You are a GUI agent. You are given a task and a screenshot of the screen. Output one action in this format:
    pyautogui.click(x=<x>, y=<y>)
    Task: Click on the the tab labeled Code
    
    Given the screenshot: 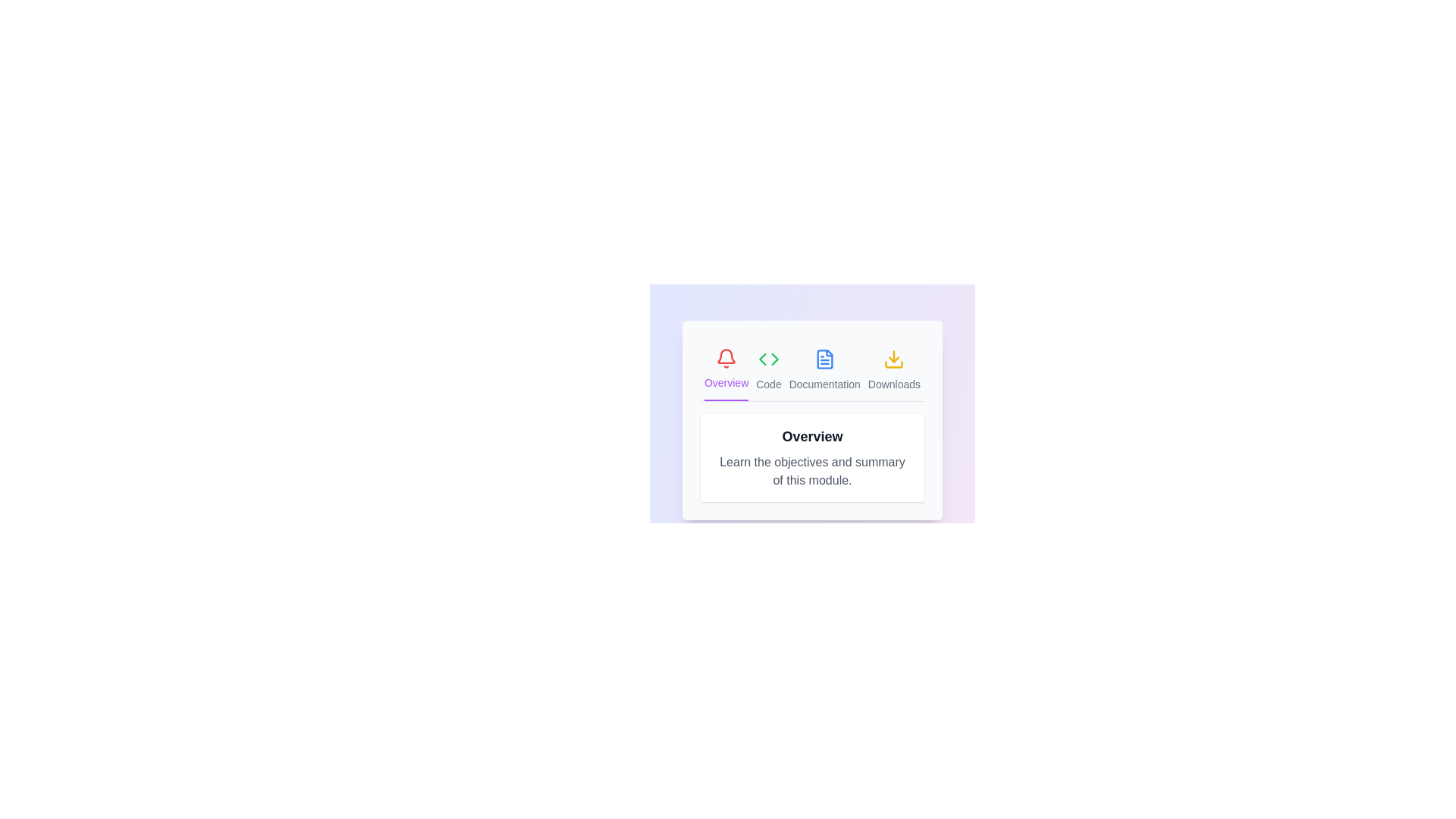 What is the action you would take?
    pyautogui.click(x=768, y=370)
    